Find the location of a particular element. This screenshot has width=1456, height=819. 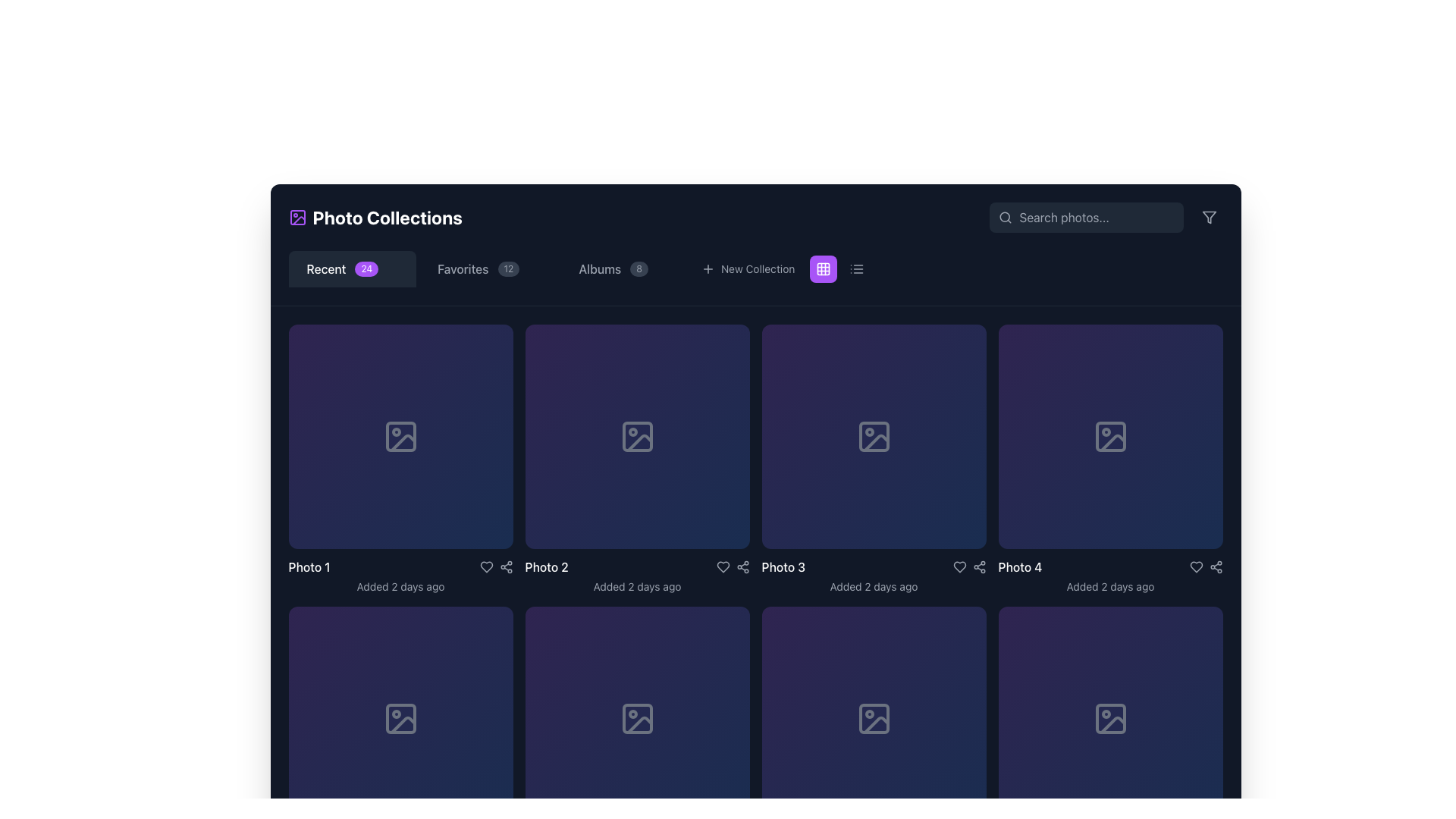

the download icon (SVG) positioned towards the center-right of the fourth item in the grid layout, which is surrounded by 'edit' and 'delete' icons is located at coordinates (1110, 436).